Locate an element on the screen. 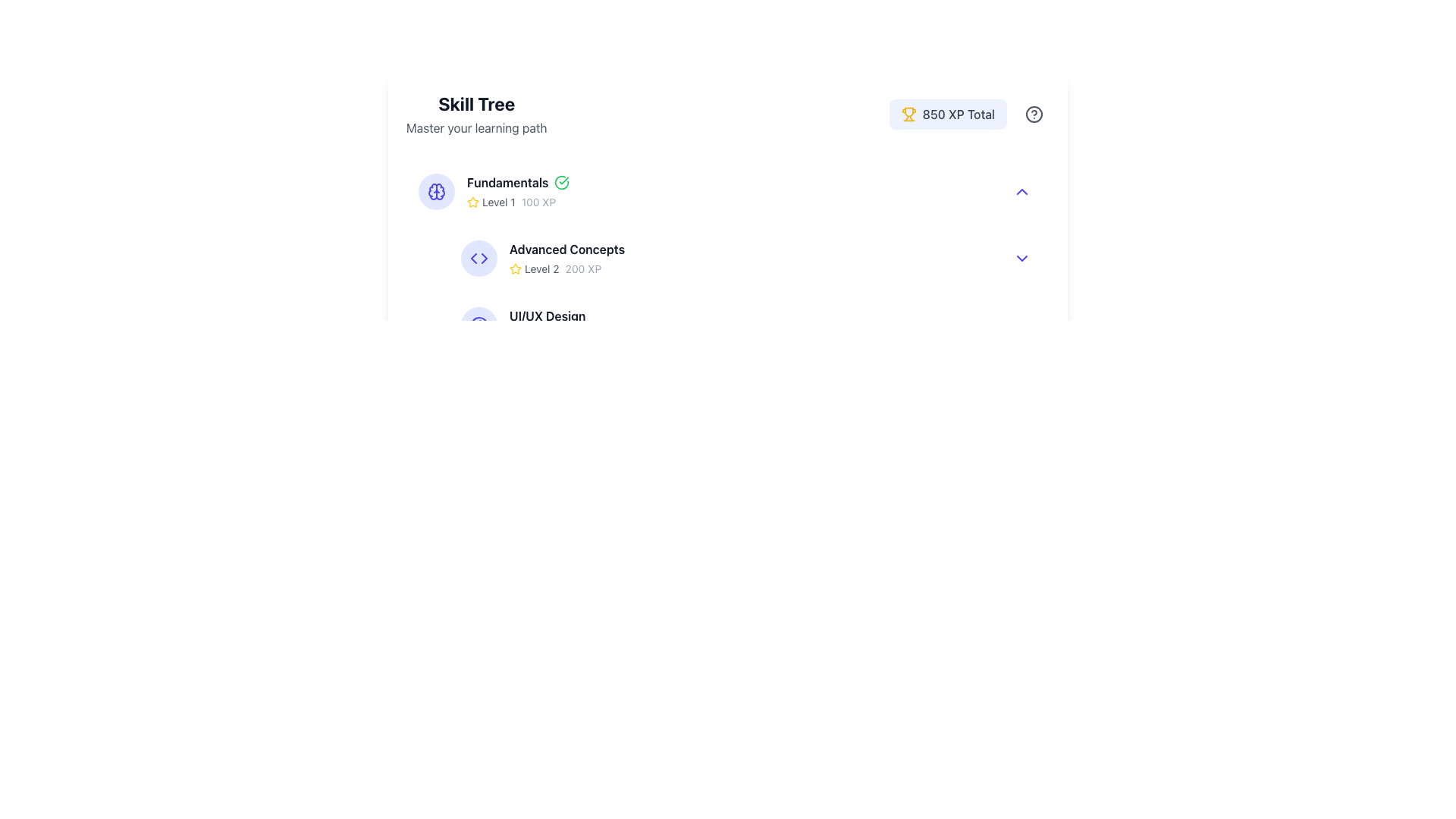 The height and width of the screenshot is (819, 1456). the interactive graphic arrow located on the right side of the pair of arrows in the skill tree interface is located at coordinates (483, 257).